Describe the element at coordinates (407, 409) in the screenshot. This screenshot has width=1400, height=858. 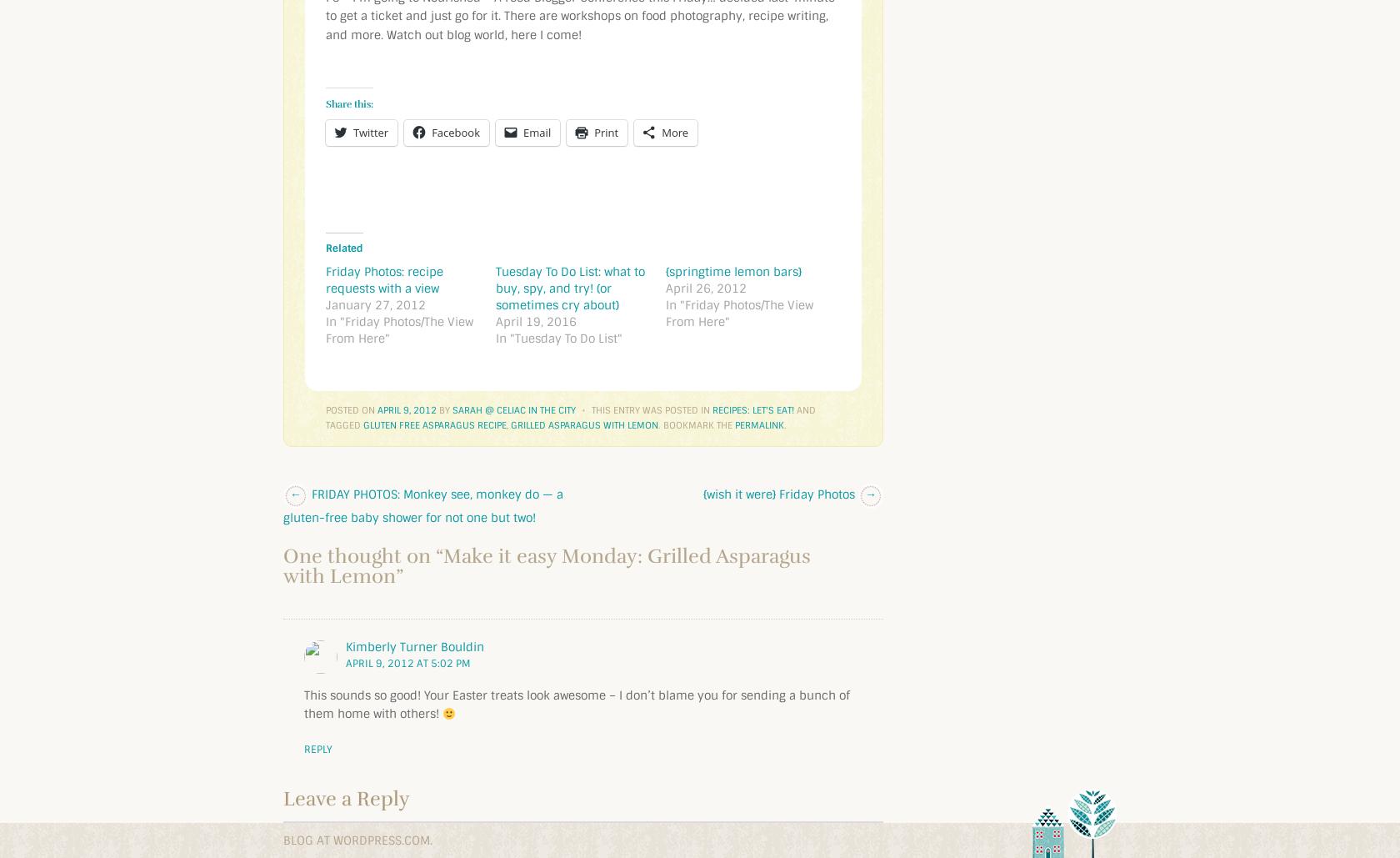
I see `'April 9, 2012'` at that location.